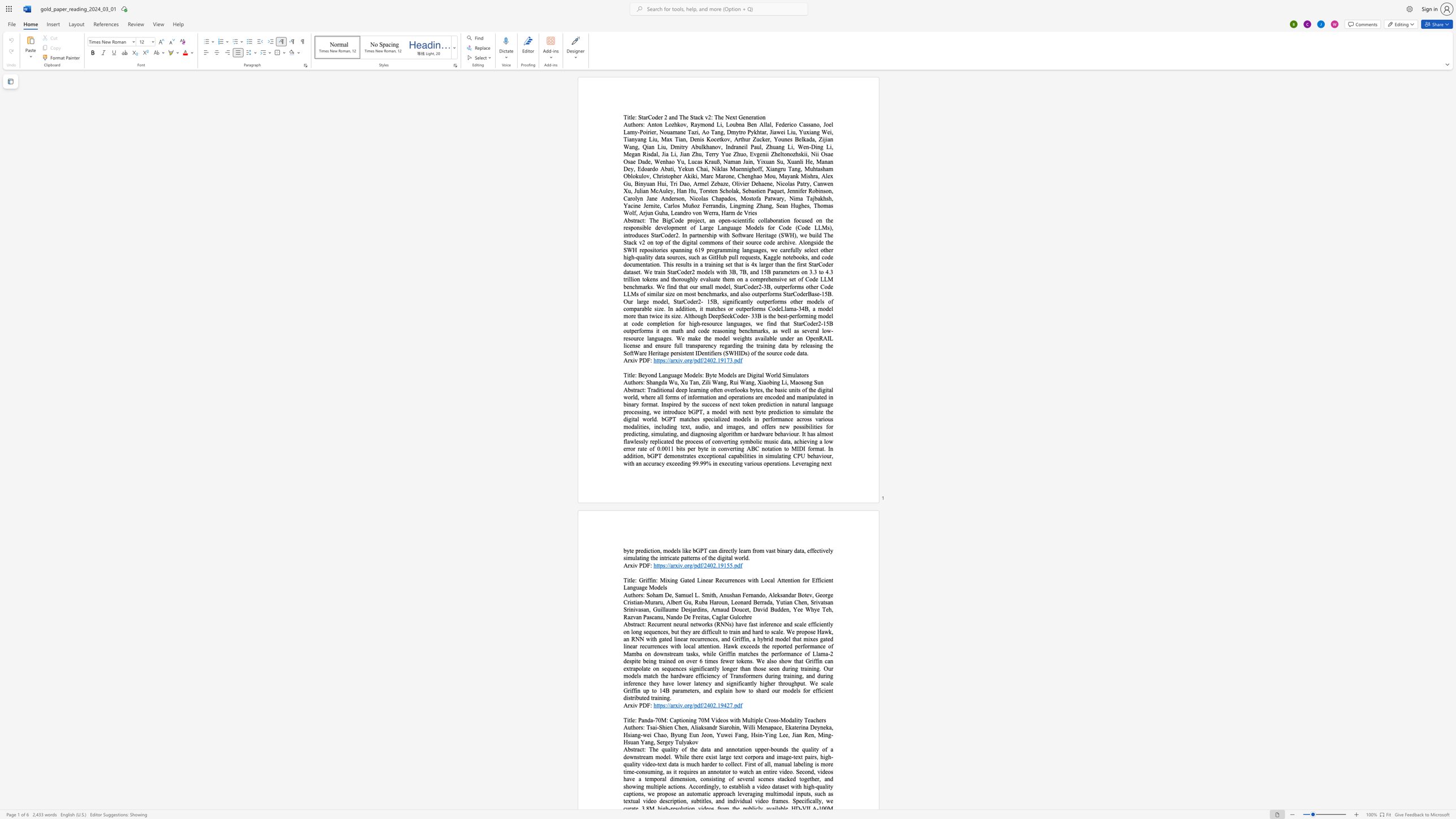  Describe the element at coordinates (704, 169) in the screenshot. I see `the 46th character "a" in the text` at that location.